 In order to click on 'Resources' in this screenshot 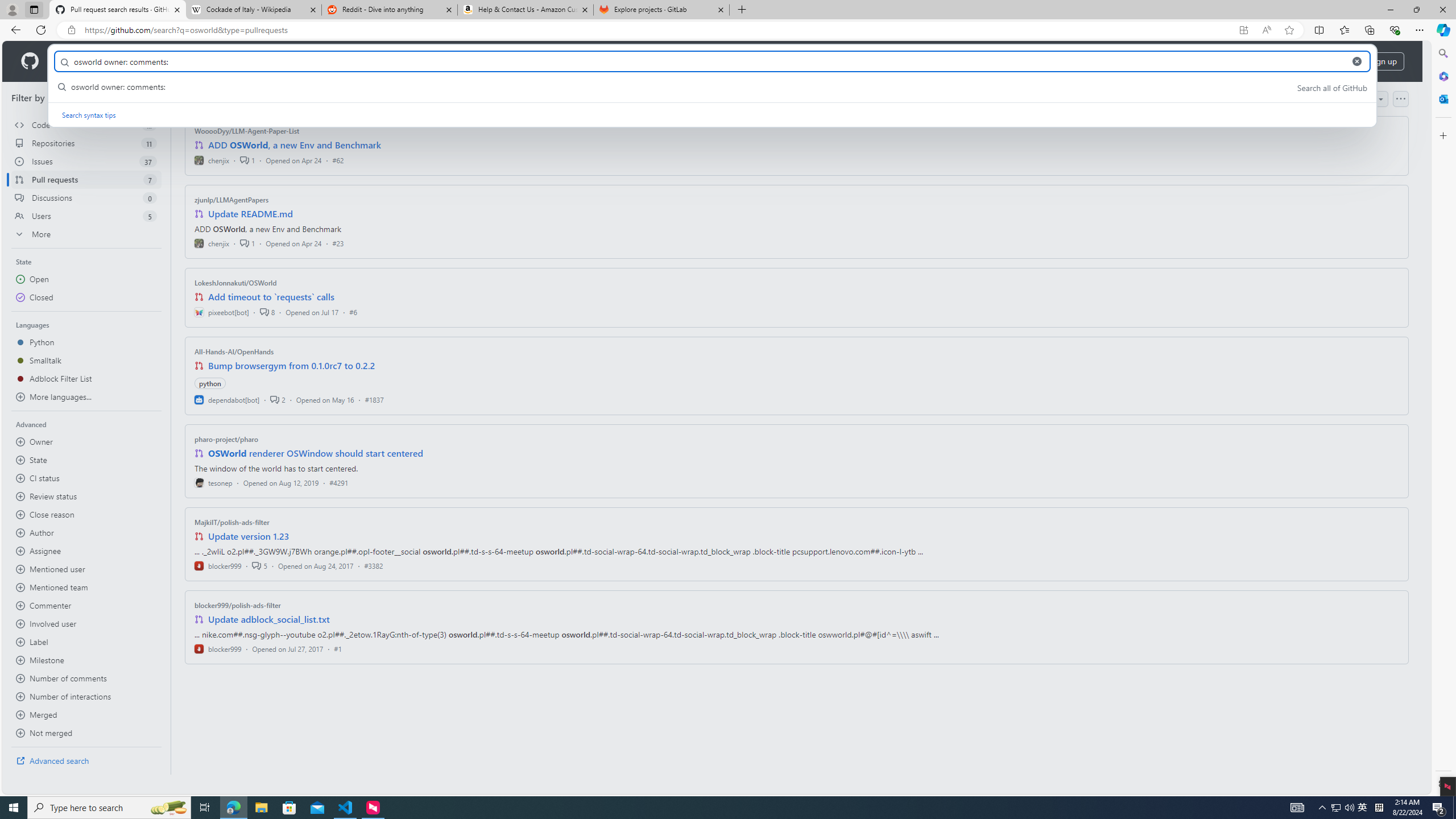, I will do `click(188, 61)`.